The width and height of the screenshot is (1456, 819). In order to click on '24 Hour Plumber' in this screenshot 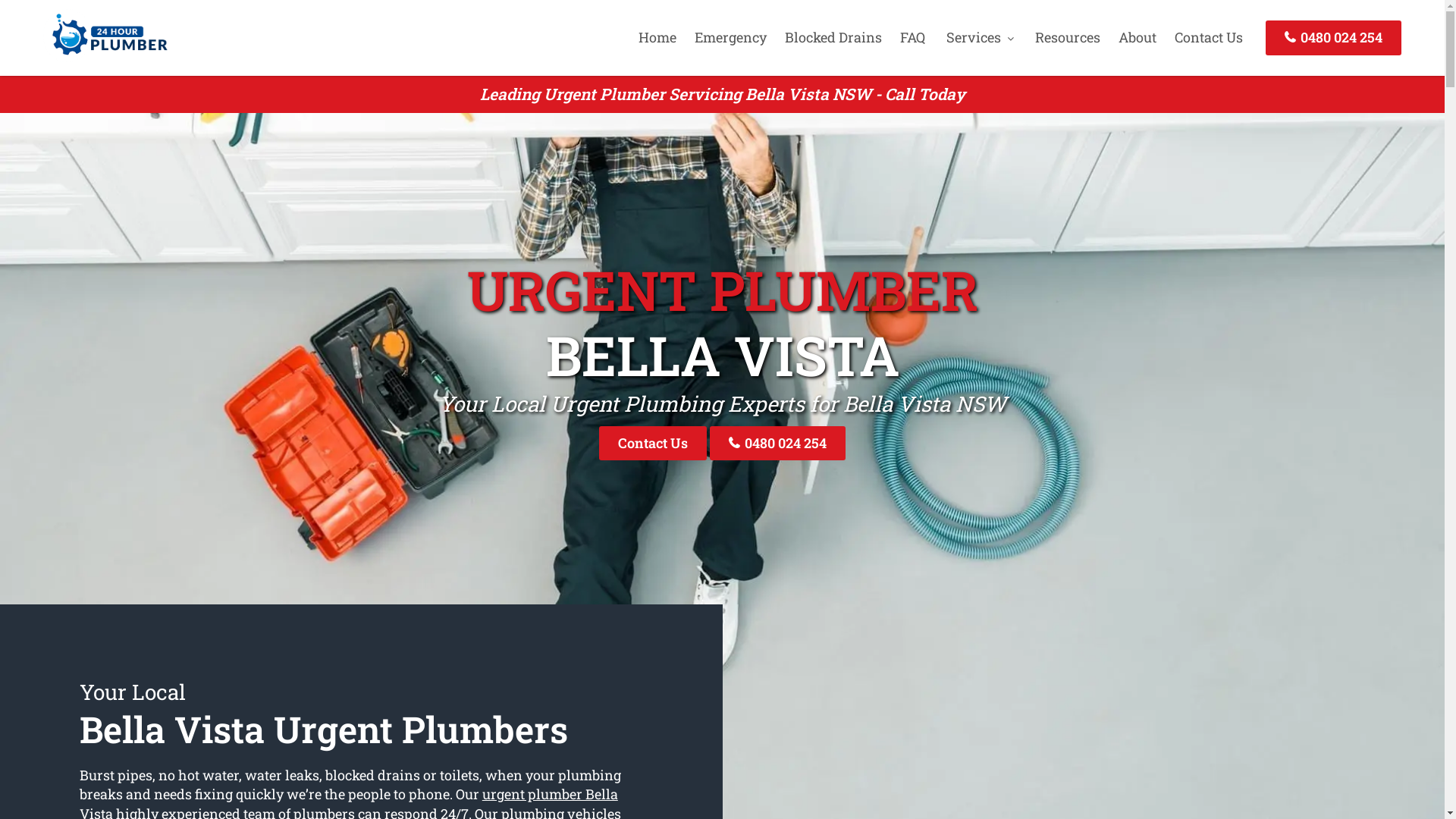, I will do `click(105, 55)`.